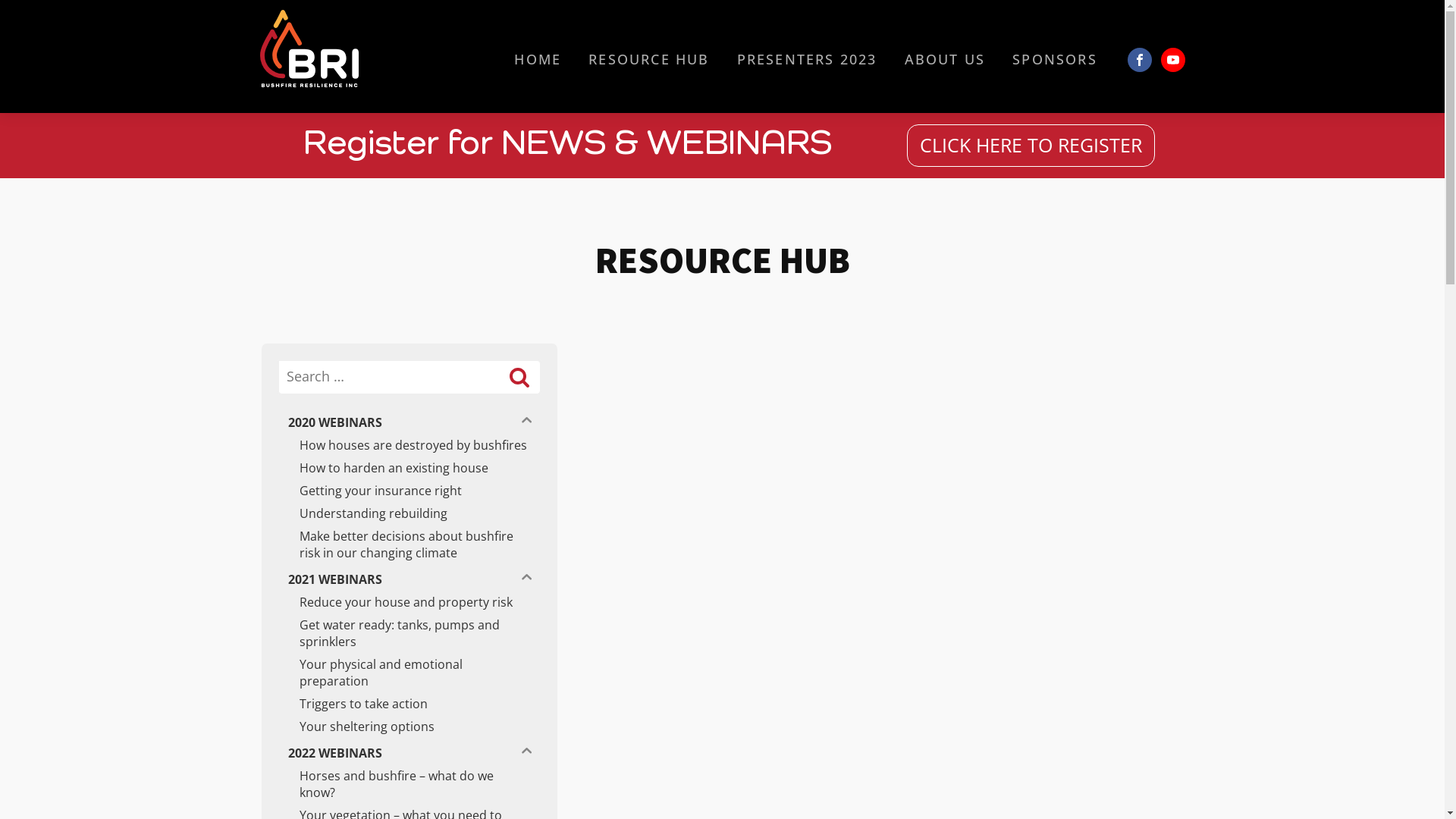 The image size is (1456, 819). I want to click on 'HOME', so click(538, 58).